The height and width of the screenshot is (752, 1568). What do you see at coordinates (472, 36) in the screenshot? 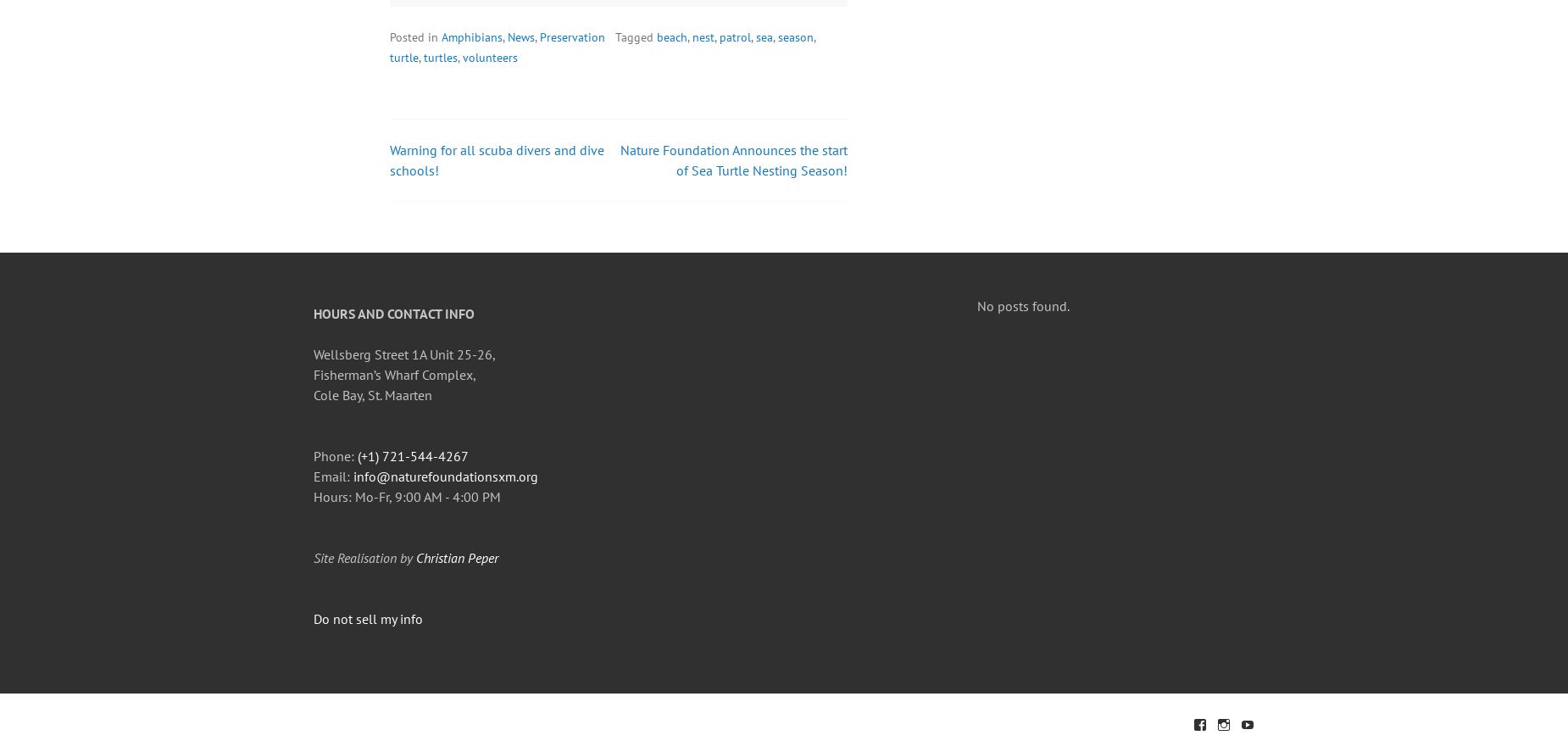
I see `'Amphibians'` at bounding box center [472, 36].